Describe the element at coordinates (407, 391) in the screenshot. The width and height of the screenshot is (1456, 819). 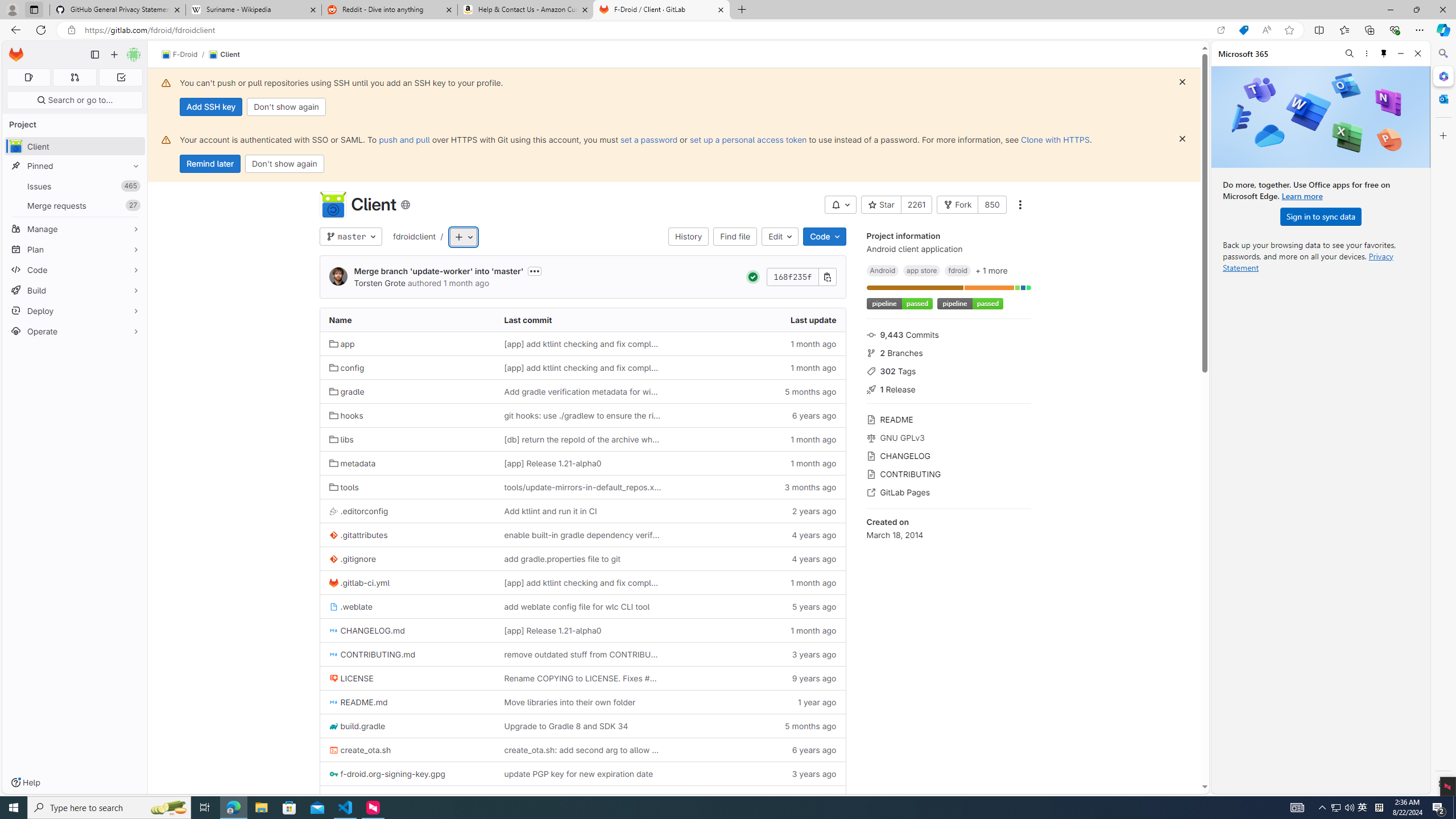
I see `'gradle'` at that location.